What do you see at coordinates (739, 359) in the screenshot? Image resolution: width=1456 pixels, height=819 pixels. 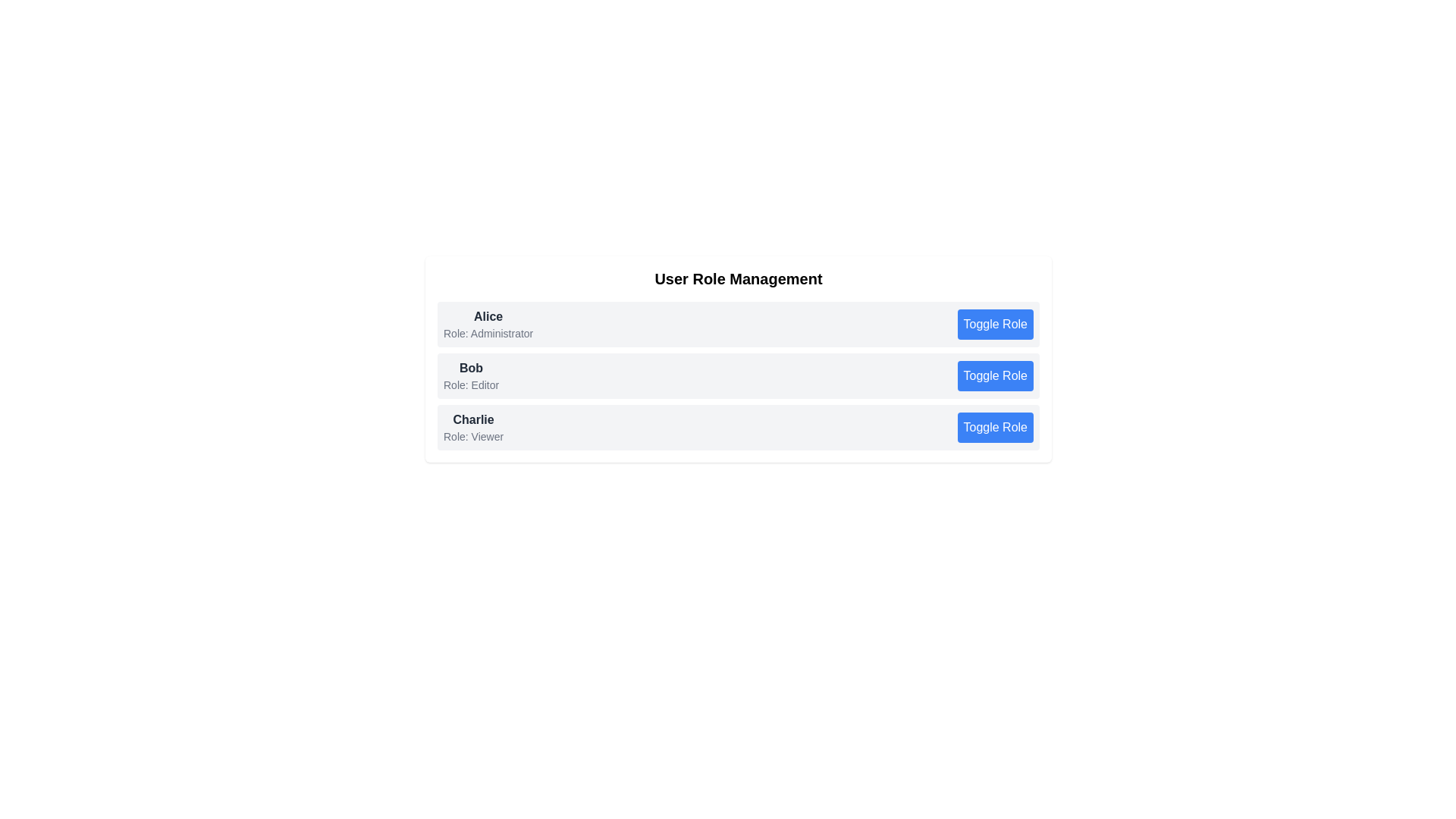 I see `the List item displaying the user 'Bob' and their role 'Editor'` at bounding box center [739, 359].